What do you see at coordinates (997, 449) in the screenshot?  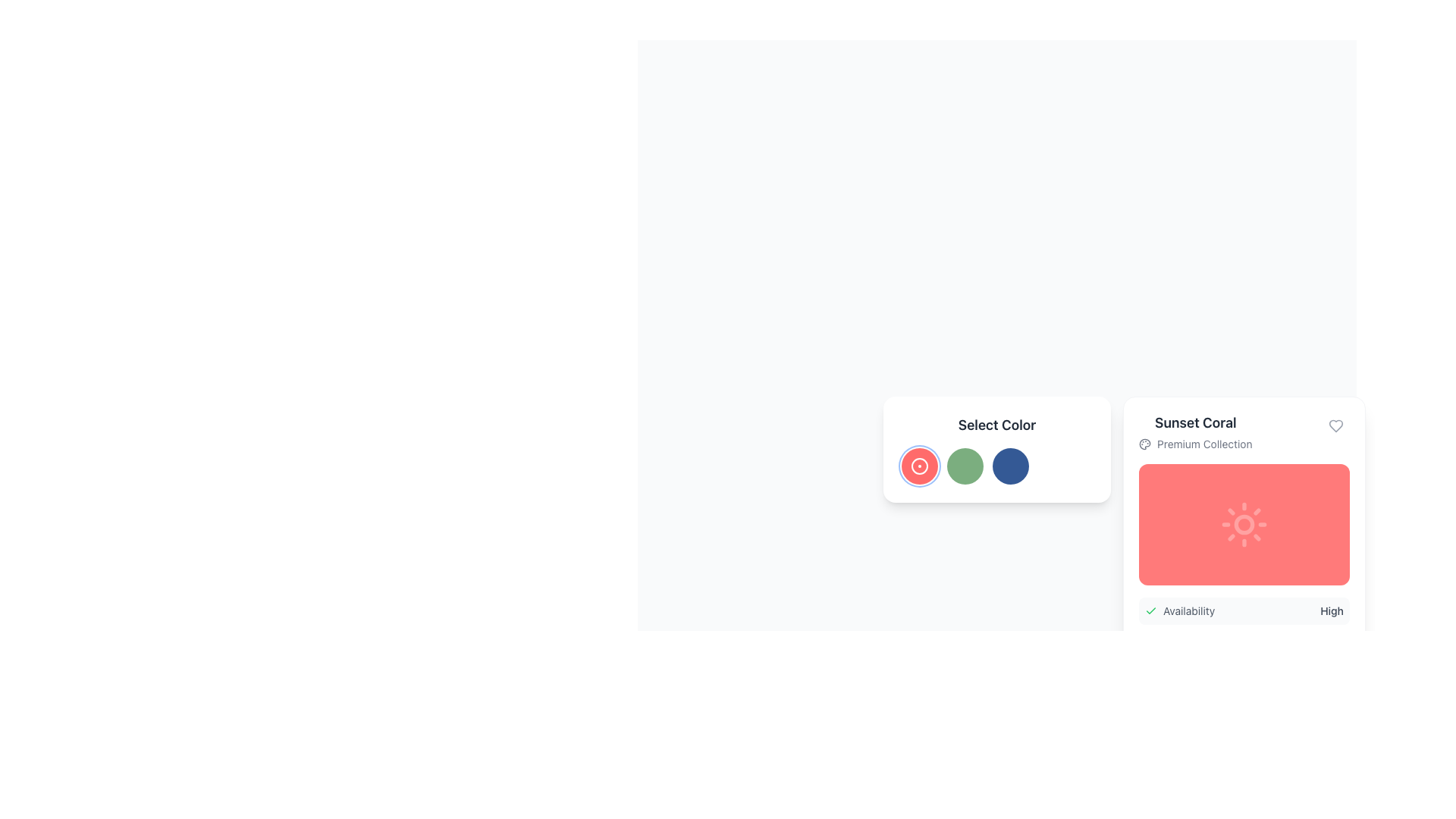 I see `the circular blue button under the label 'Select Color'` at bounding box center [997, 449].